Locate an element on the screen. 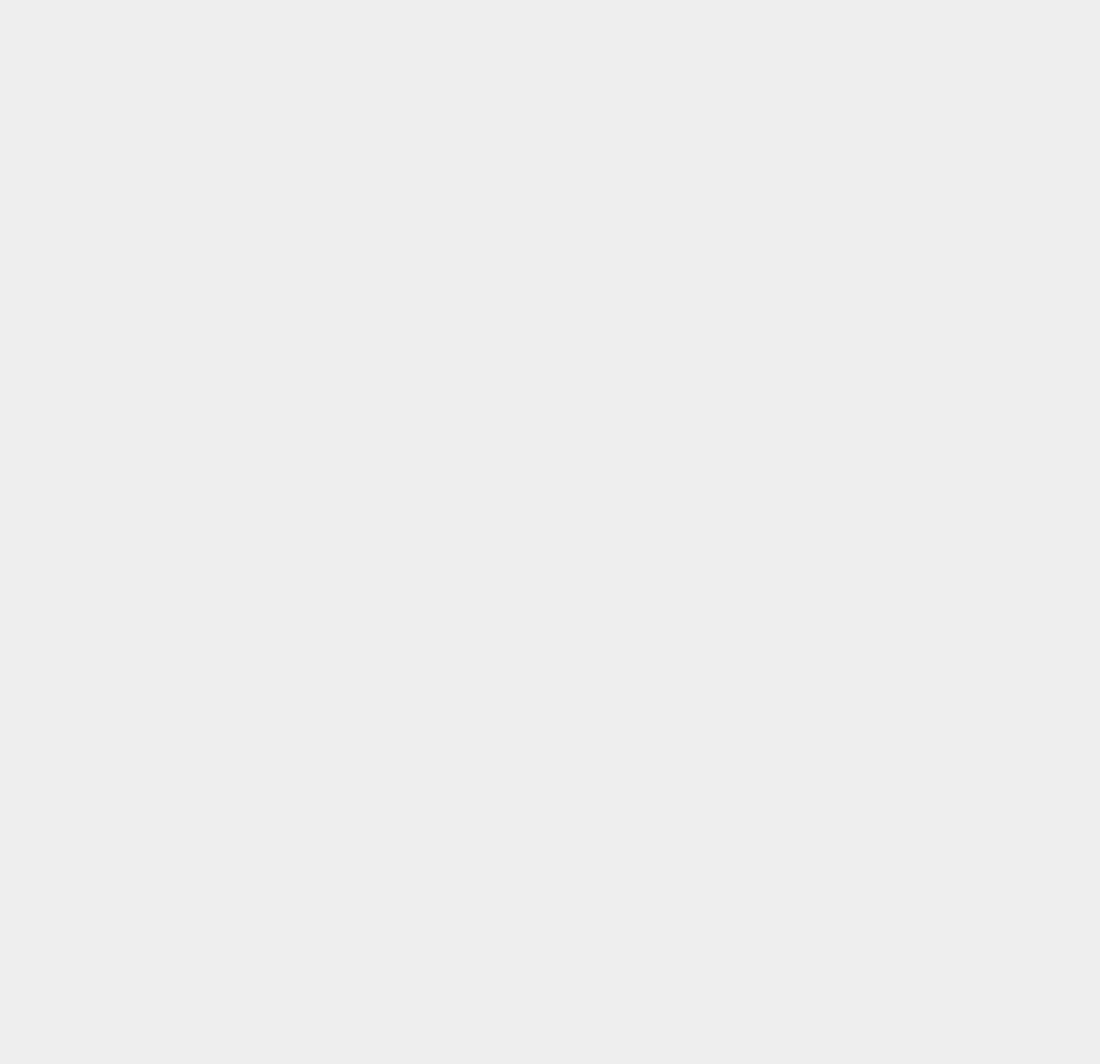  'USB Debugging' is located at coordinates (825, 584).